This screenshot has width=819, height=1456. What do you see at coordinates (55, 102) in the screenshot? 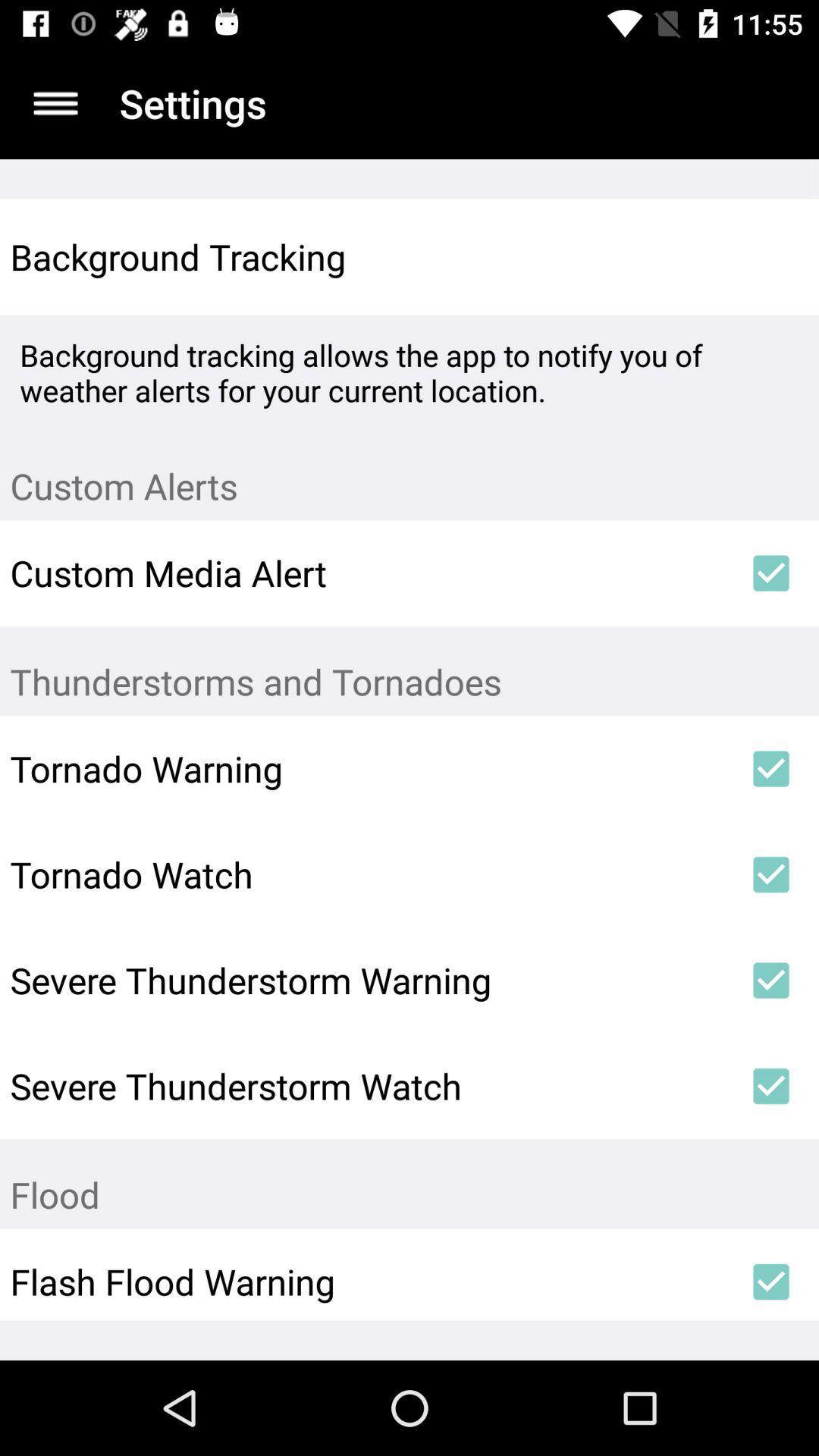
I see `the item above background tracking item` at bounding box center [55, 102].